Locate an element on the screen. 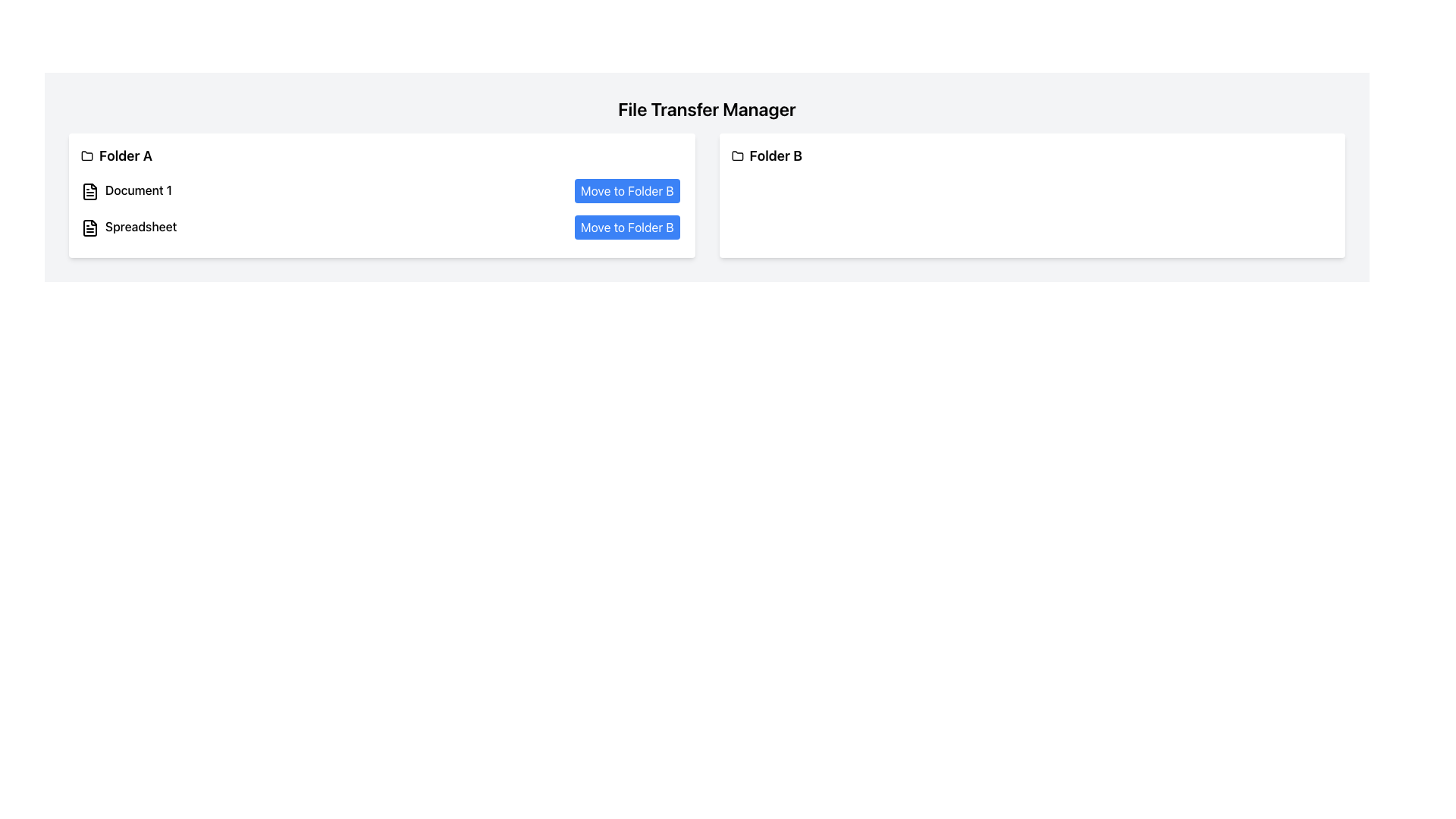  text label 'Folder B' located to the right of the folder icon in the right side section of the main interface is located at coordinates (776, 155).